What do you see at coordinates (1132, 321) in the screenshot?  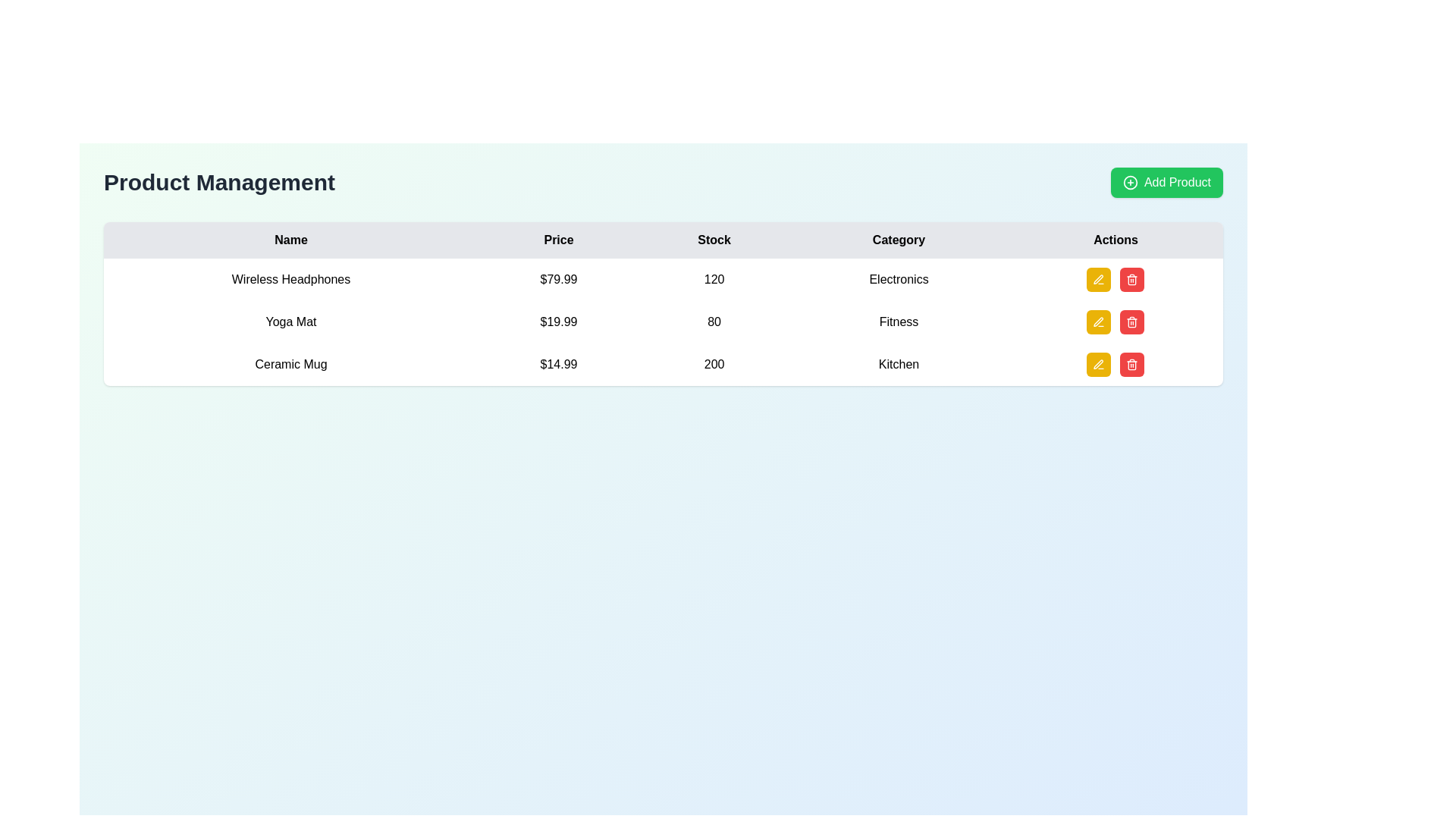 I see `the delete button for the 'Ceramic Mug' item, located in the 'Actions' column, which is the second button to the right of the yellow edit button` at bounding box center [1132, 321].